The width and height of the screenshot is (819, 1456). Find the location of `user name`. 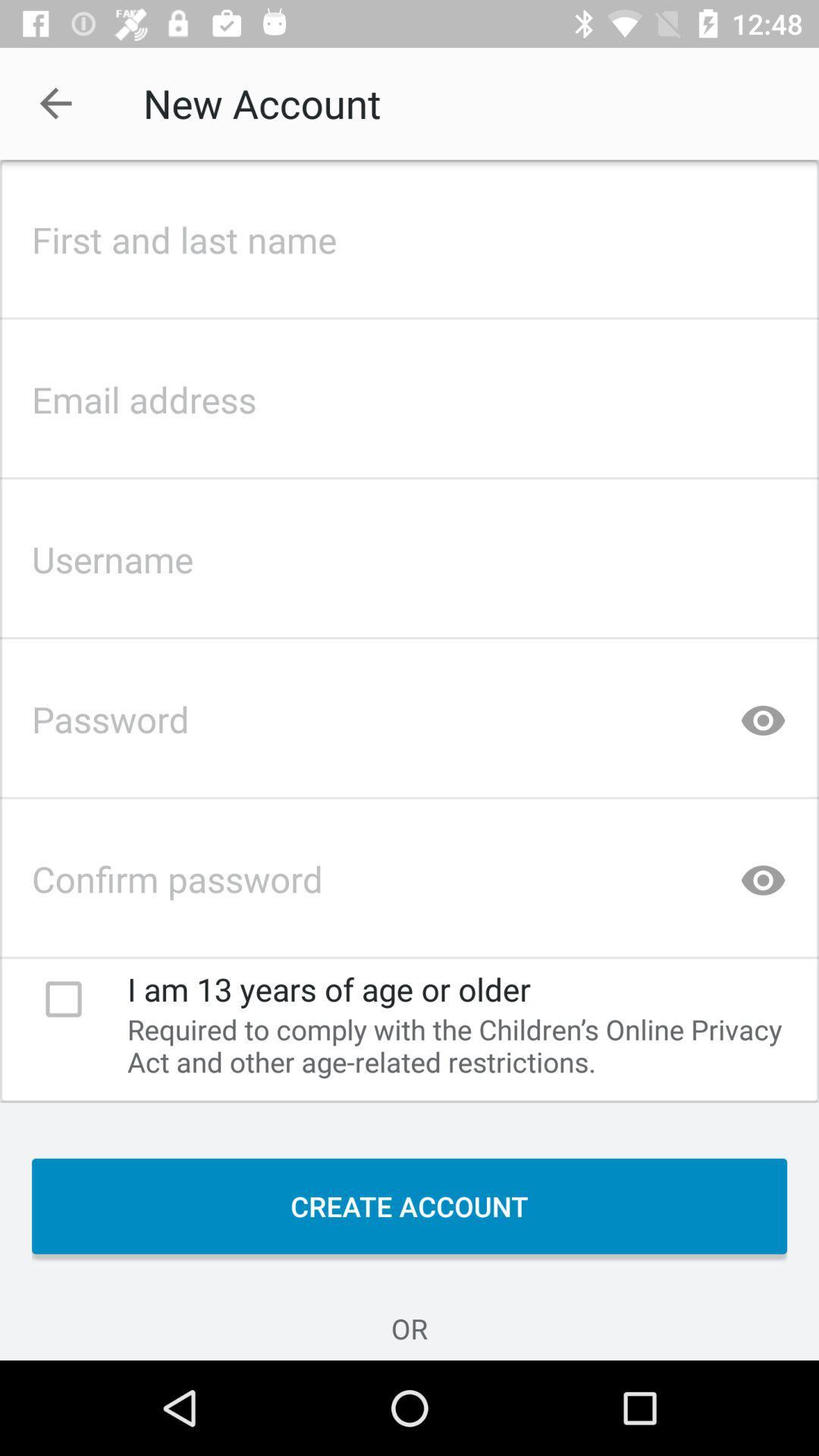

user name is located at coordinates (409, 554).